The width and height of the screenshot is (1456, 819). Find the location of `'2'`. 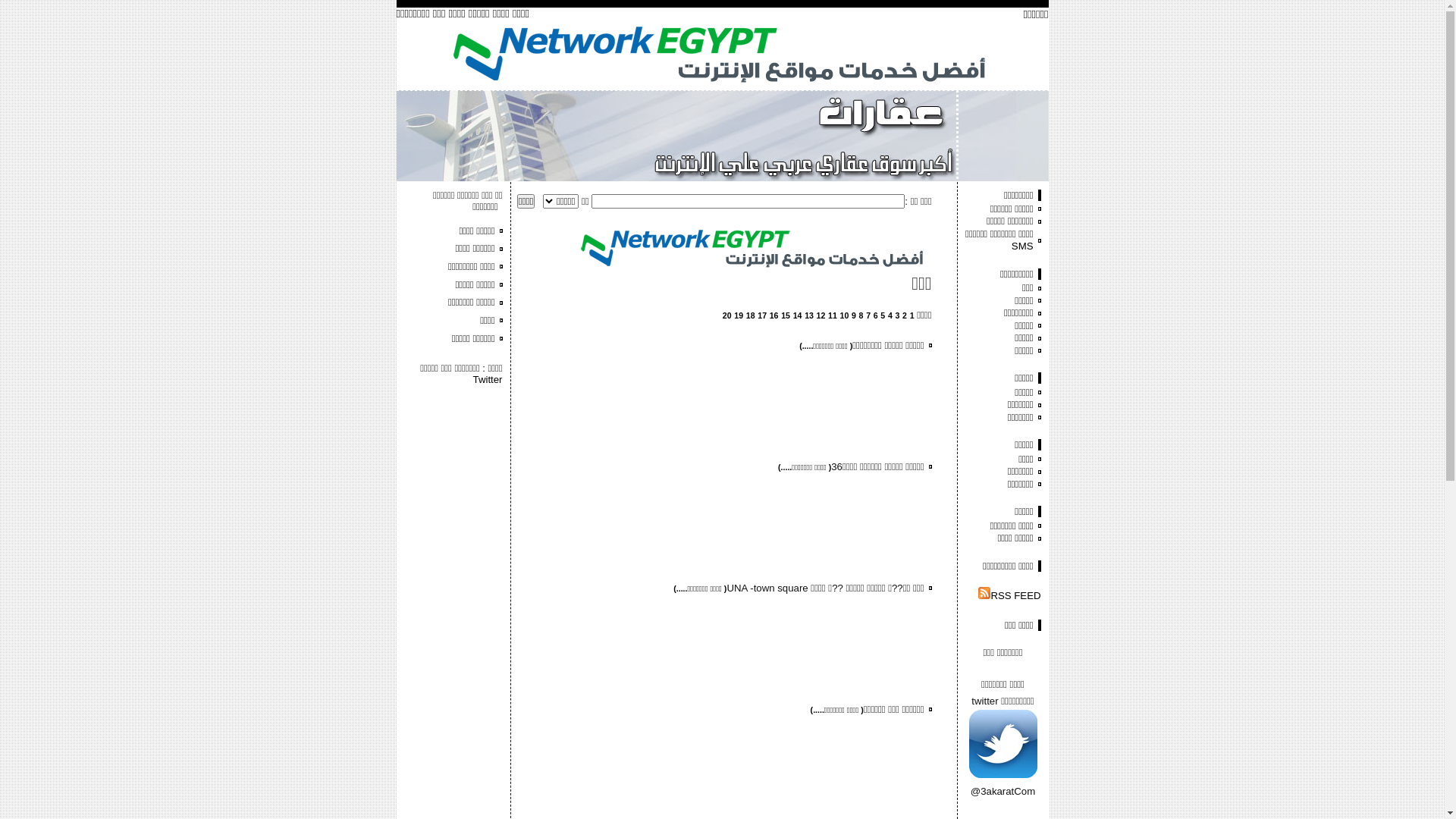

'2' is located at coordinates (902, 315).